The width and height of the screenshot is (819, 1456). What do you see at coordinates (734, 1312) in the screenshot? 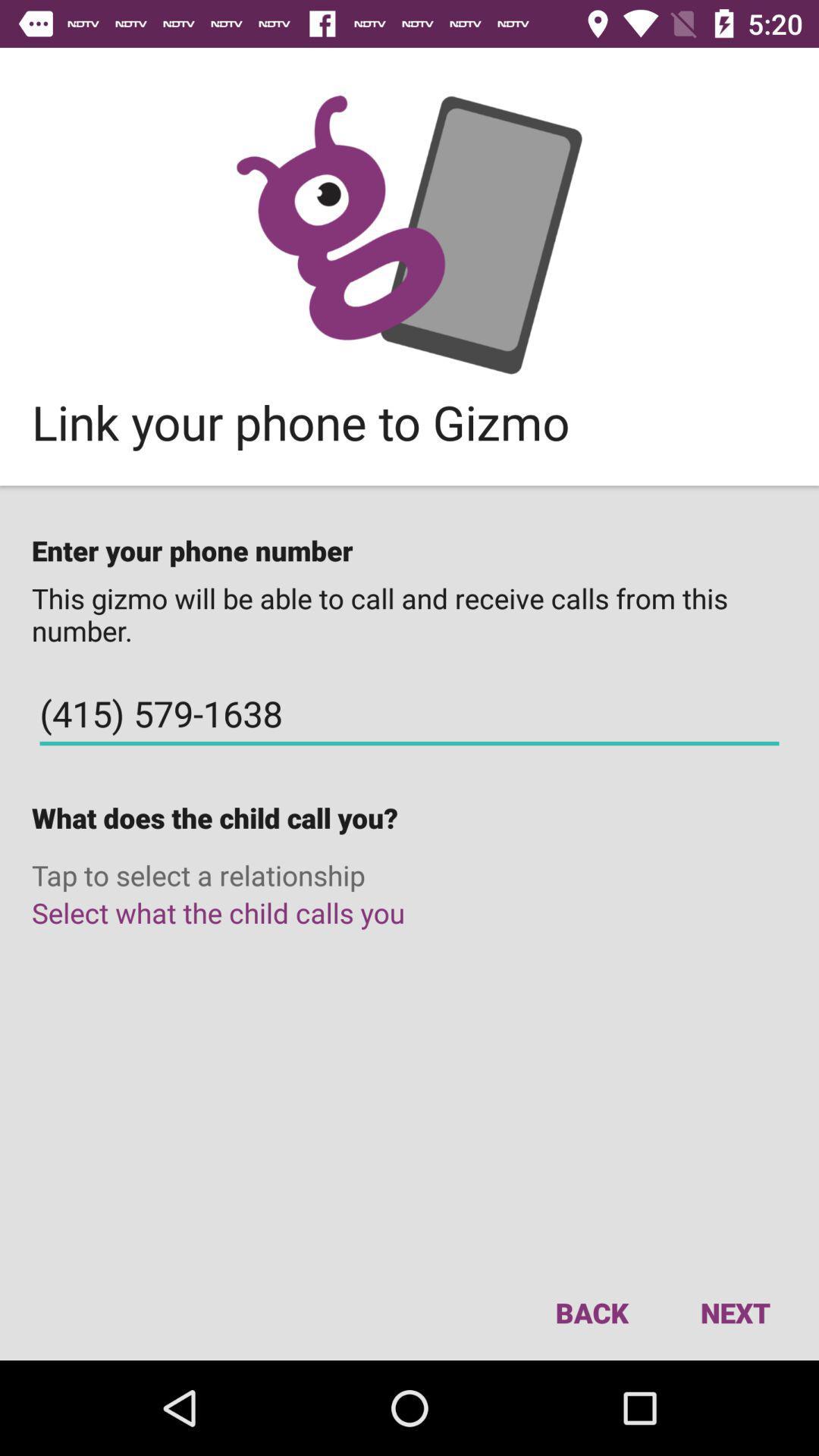
I see `item next to back icon` at bounding box center [734, 1312].